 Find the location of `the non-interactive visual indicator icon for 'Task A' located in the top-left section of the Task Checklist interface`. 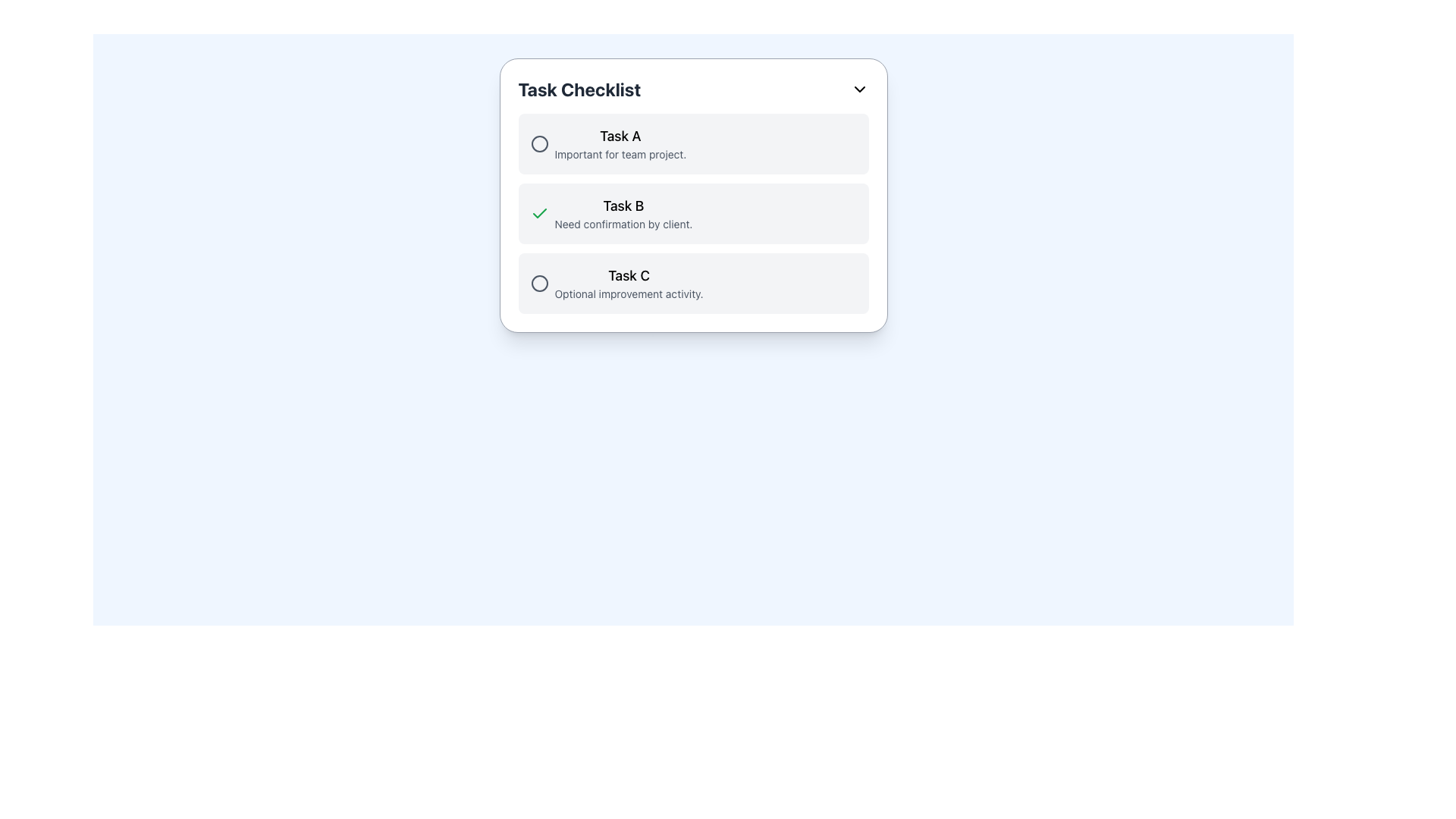

the non-interactive visual indicator icon for 'Task A' located in the top-left section of the Task Checklist interface is located at coordinates (539, 143).